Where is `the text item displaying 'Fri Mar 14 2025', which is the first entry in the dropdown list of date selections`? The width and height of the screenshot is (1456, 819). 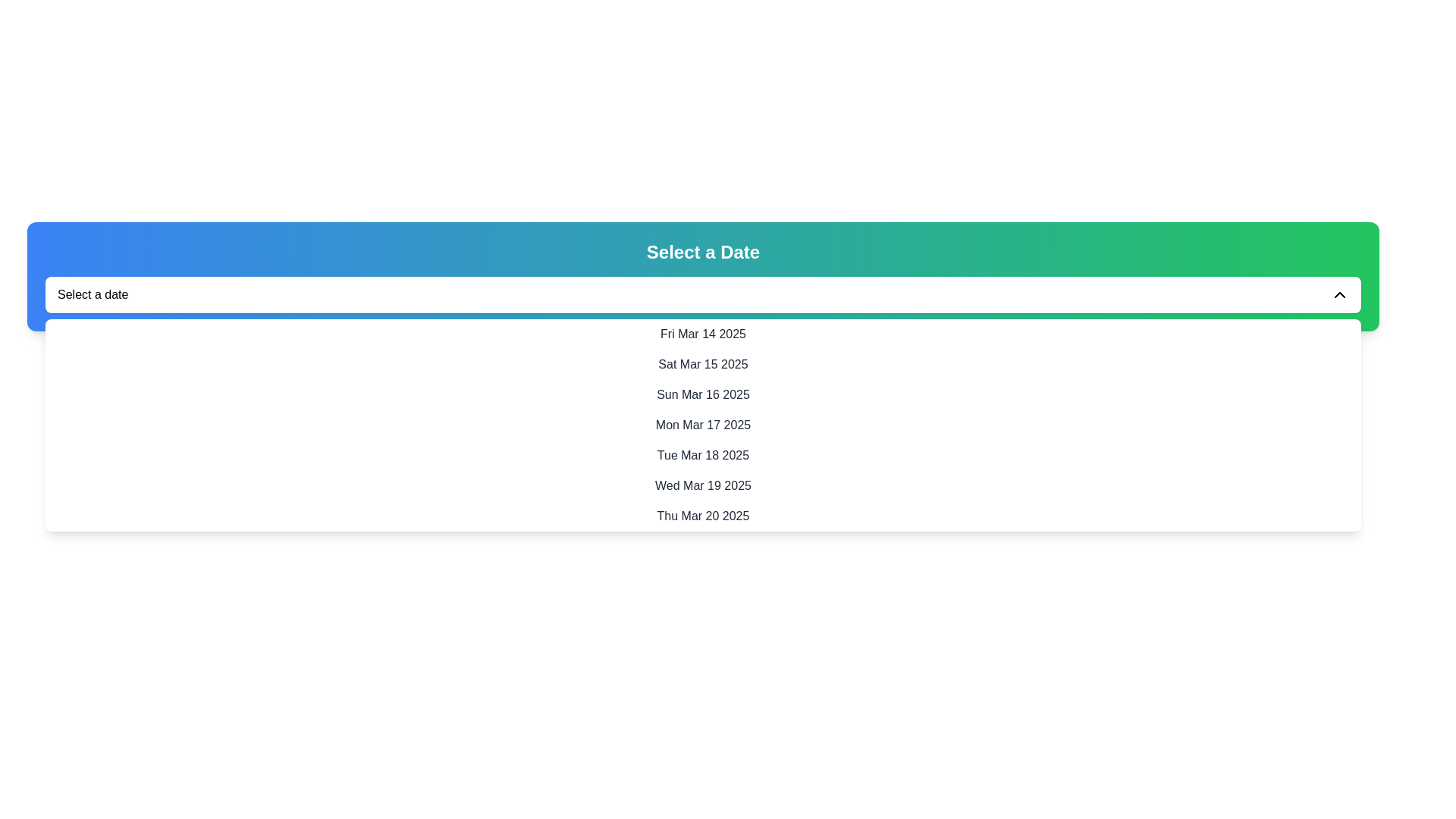 the text item displaying 'Fri Mar 14 2025', which is the first entry in the dropdown list of date selections is located at coordinates (702, 333).